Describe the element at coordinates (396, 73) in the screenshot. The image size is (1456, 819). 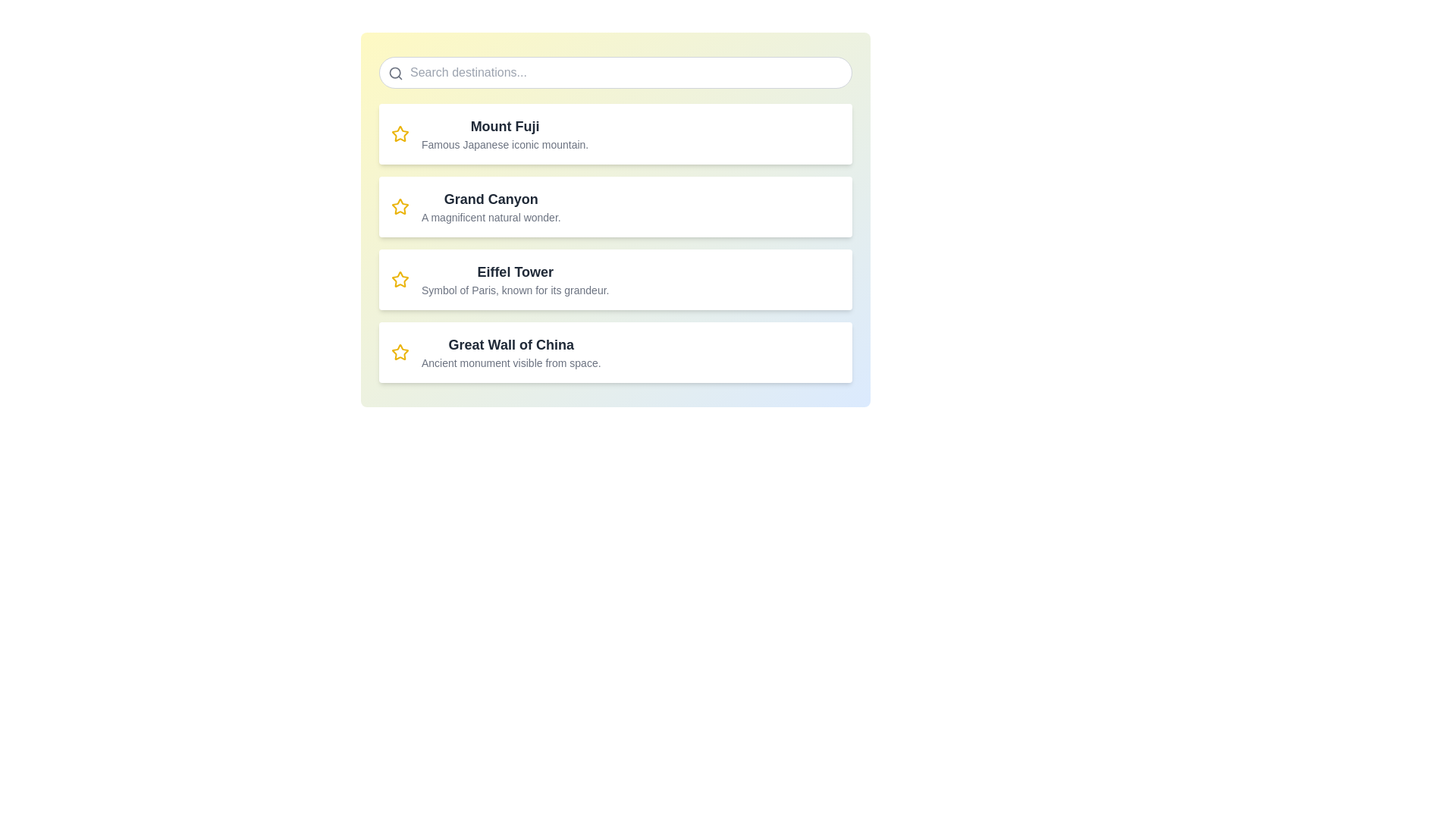
I see `the small magnifying glass icon located inside the search bar, which is styled in a minimalist design with thin lines and is positioned on the left side of the search box` at that location.